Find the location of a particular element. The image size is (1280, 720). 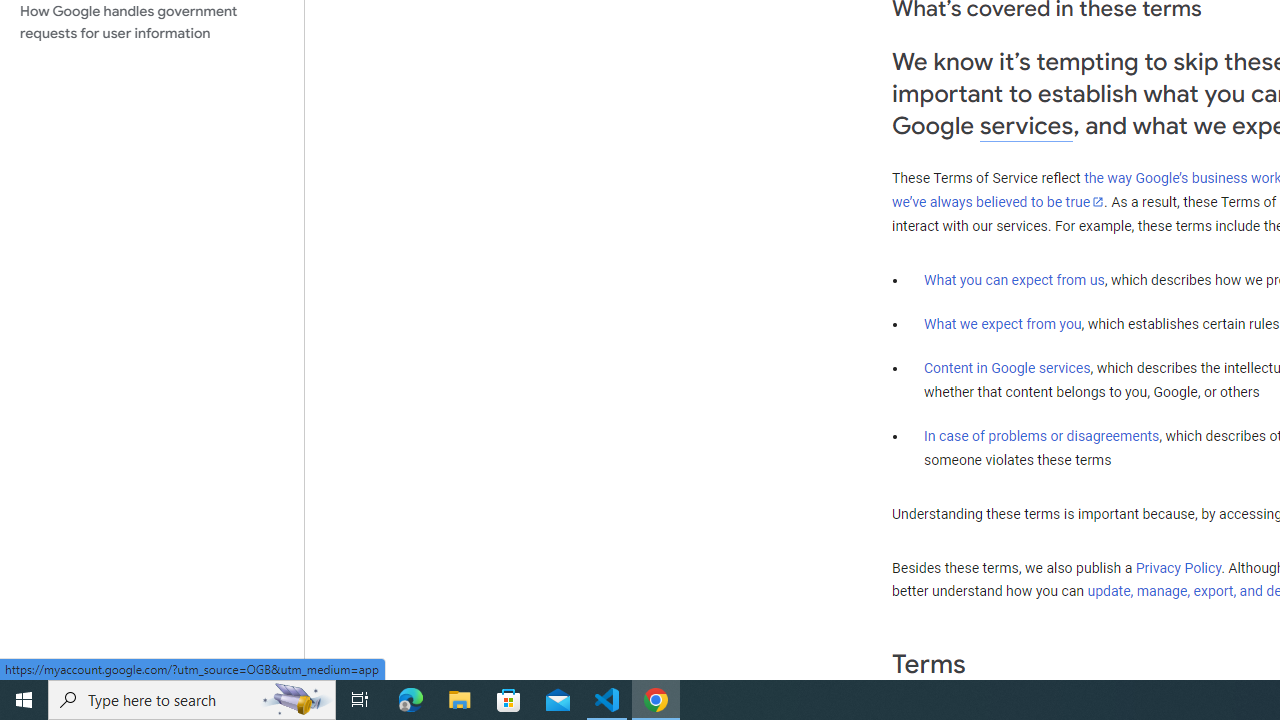

'Privacy Policy' is located at coordinates (1178, 567).